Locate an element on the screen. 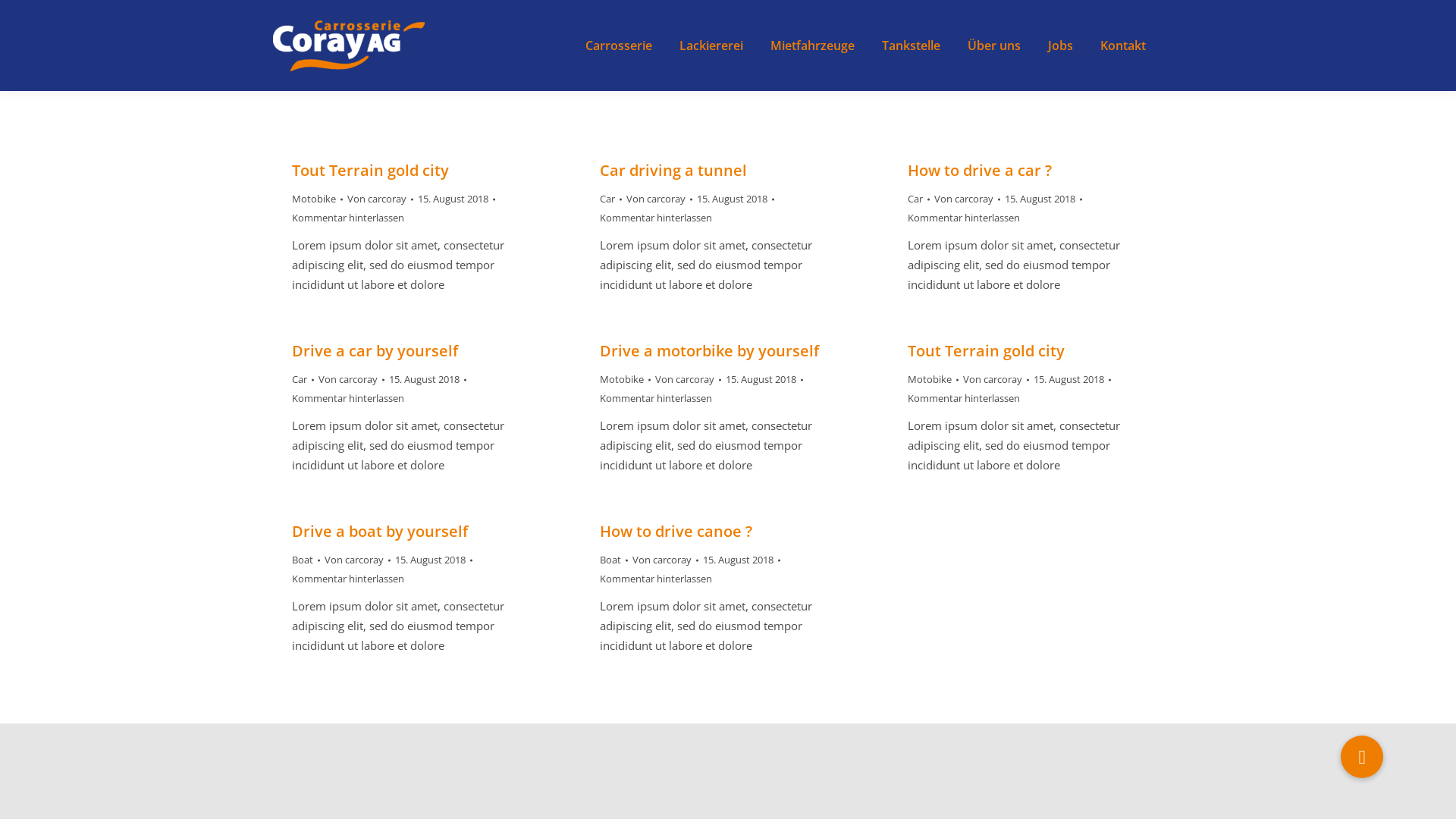 The width and height of the screenshot is (1456, 819). 'Car' is located at coordinates (599, 198).